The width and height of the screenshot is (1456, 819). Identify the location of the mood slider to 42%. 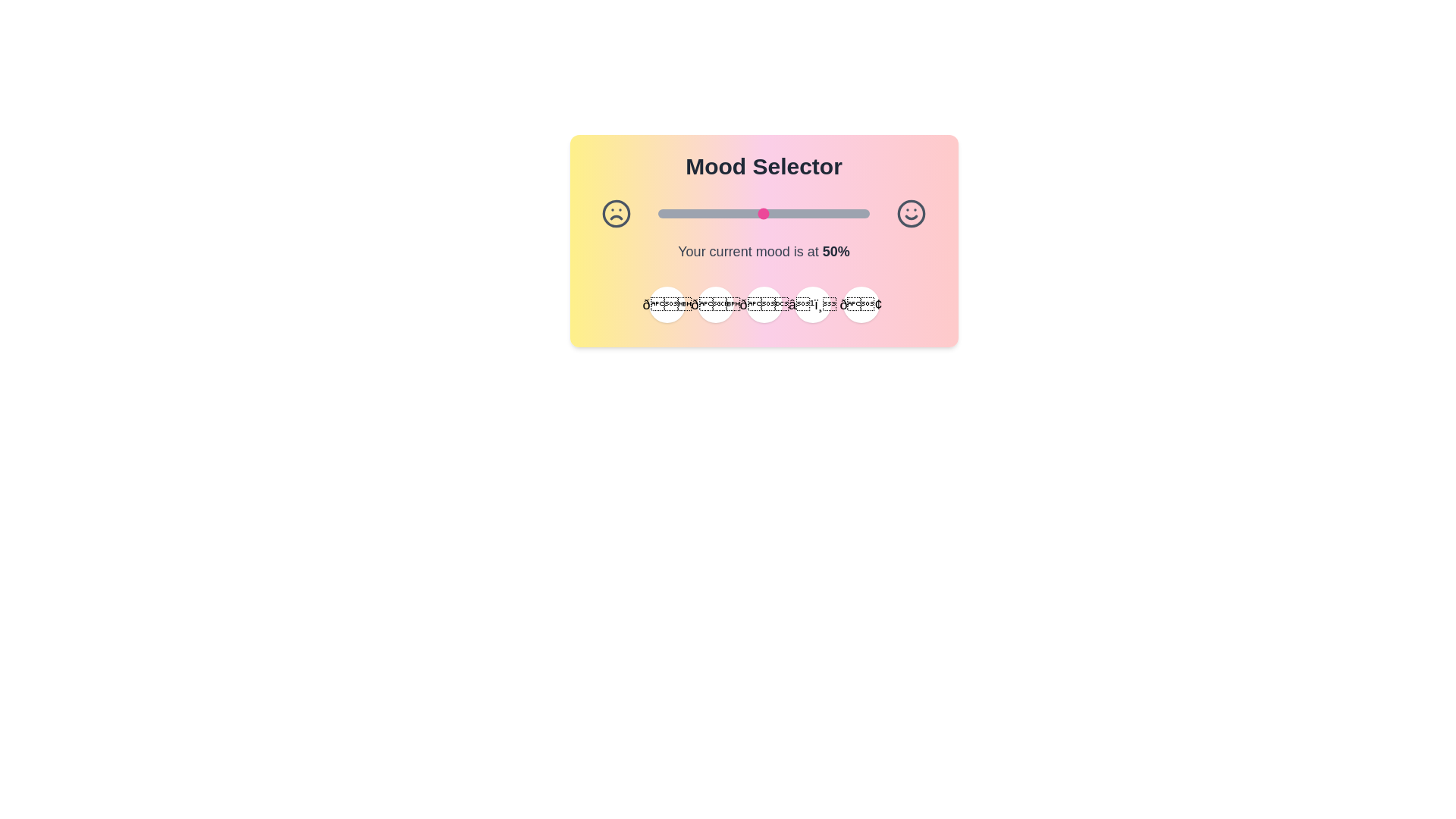
(747, 213).